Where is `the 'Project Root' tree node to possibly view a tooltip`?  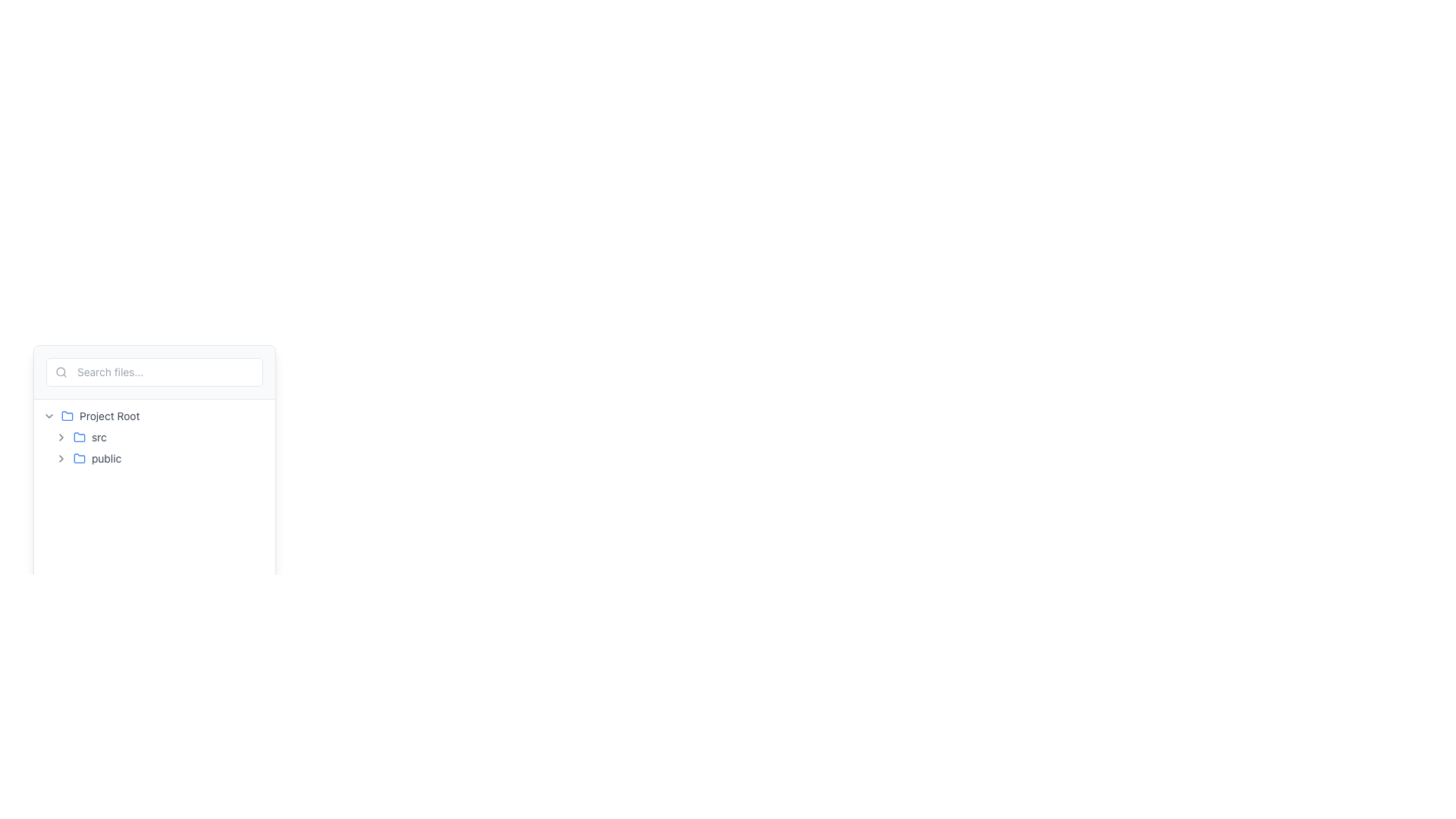
the 'Project Root' tree node to possibly view a tooltip is located at coordinates (90, 416).